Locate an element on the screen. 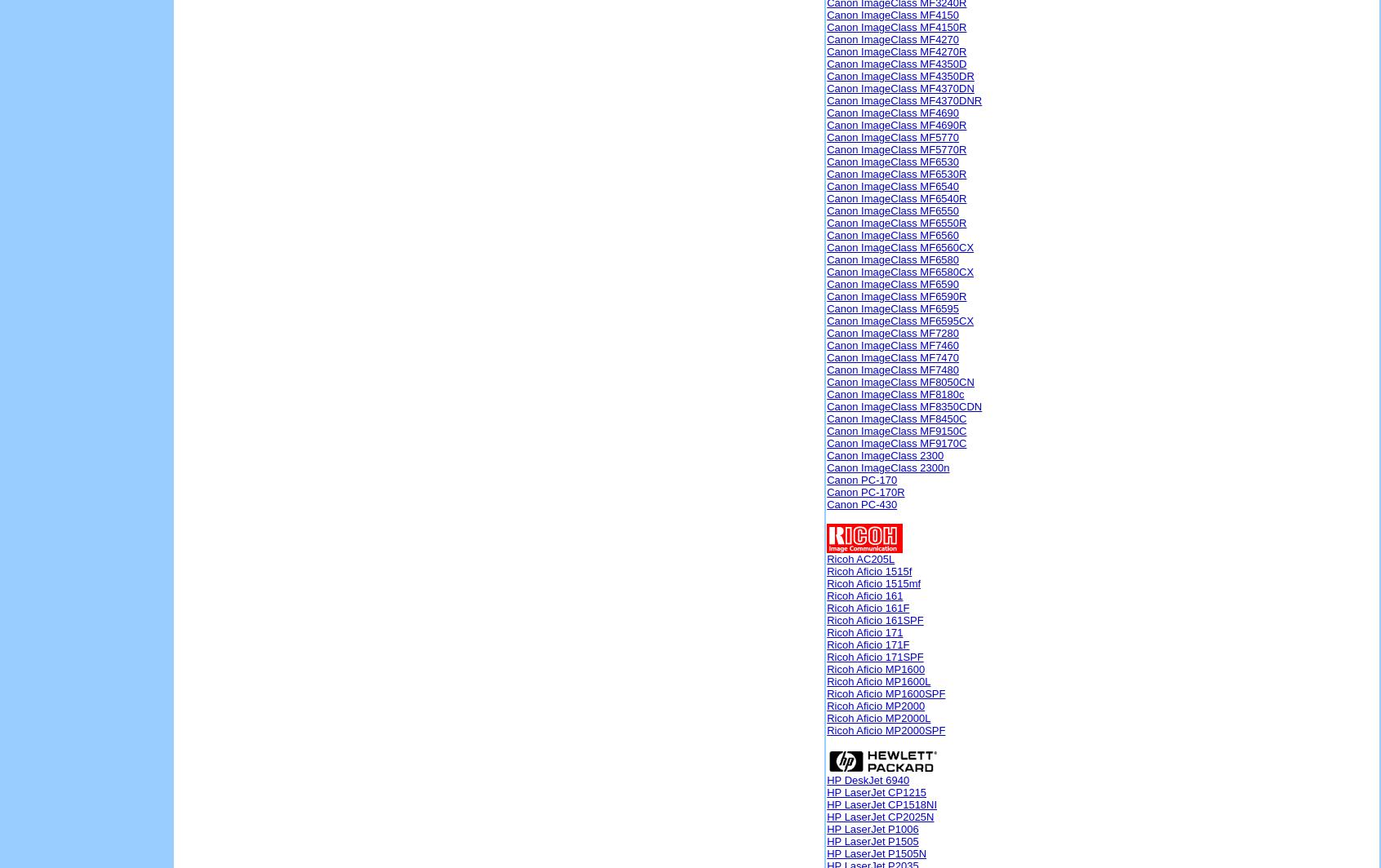  'Canon ImageClass MF4690R' is located at coordinates (826, 125).